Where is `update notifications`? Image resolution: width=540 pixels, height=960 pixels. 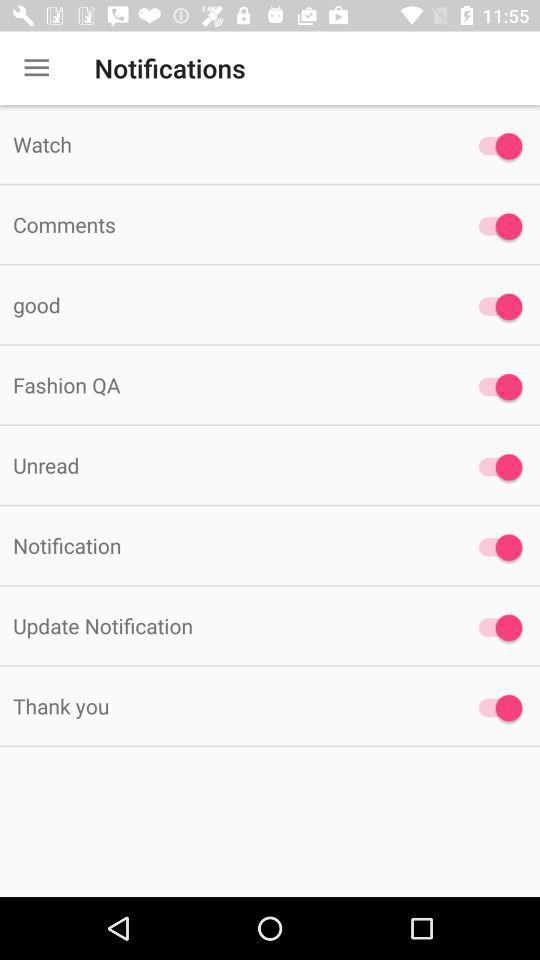
update notifications is located at coordinates (494, 626).